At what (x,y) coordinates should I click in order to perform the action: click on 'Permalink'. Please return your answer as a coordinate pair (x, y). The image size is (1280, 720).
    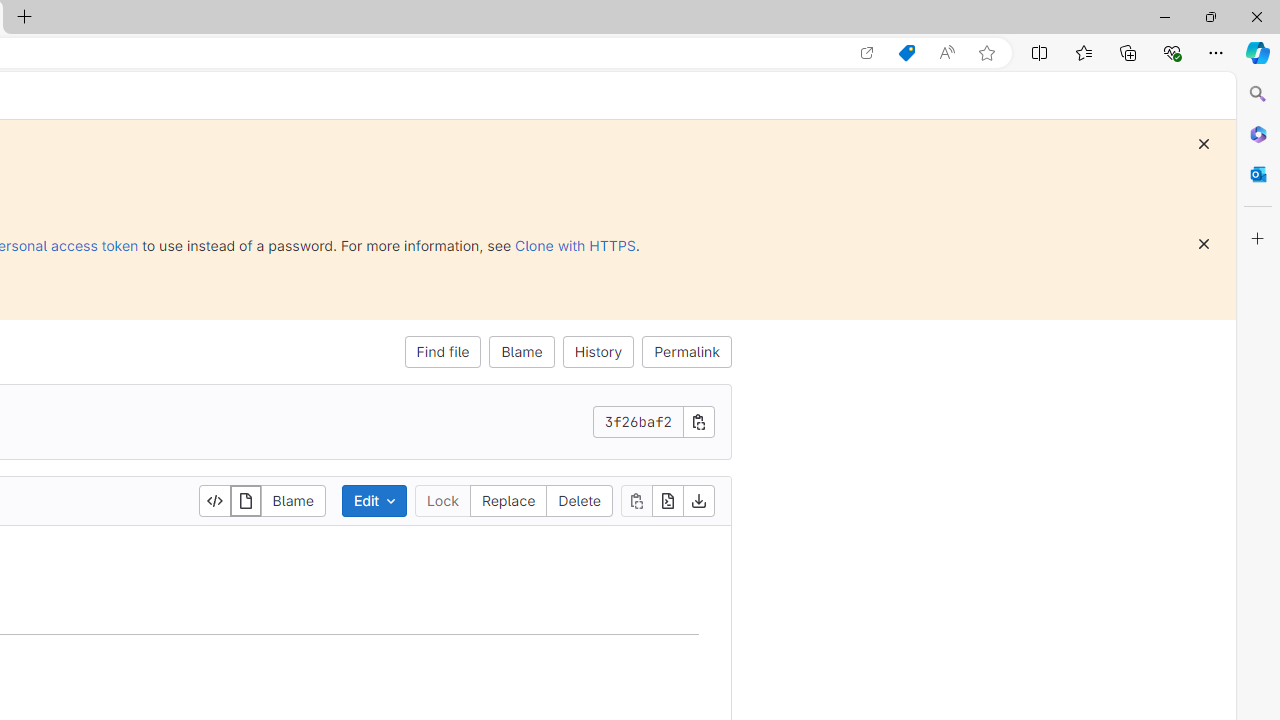
    Looking at the image, I should click on (687, 351).